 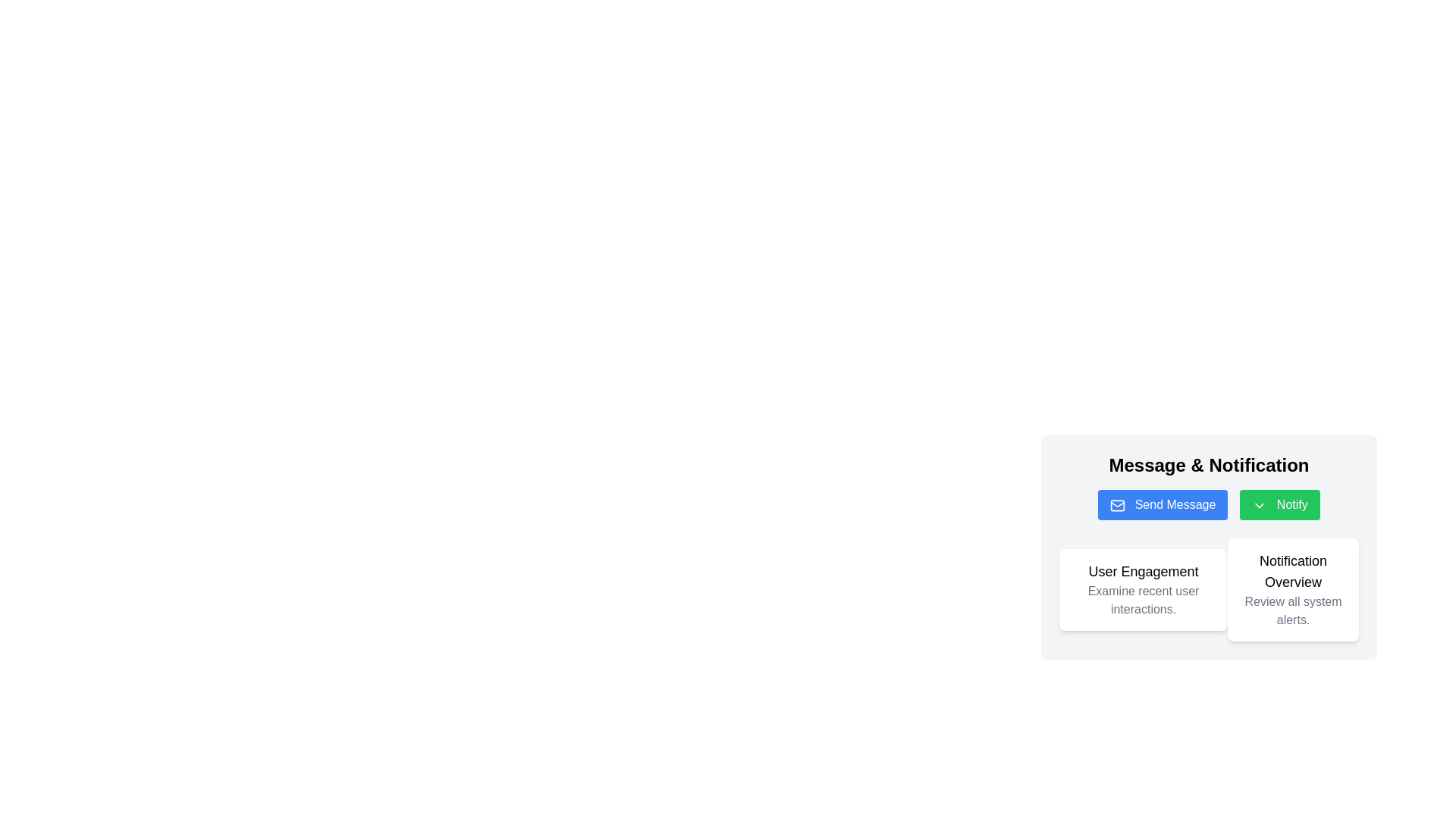 I want to click on the 'Send Message' button with a bright blue background and white text to interact, so click(x=1162, y=505).